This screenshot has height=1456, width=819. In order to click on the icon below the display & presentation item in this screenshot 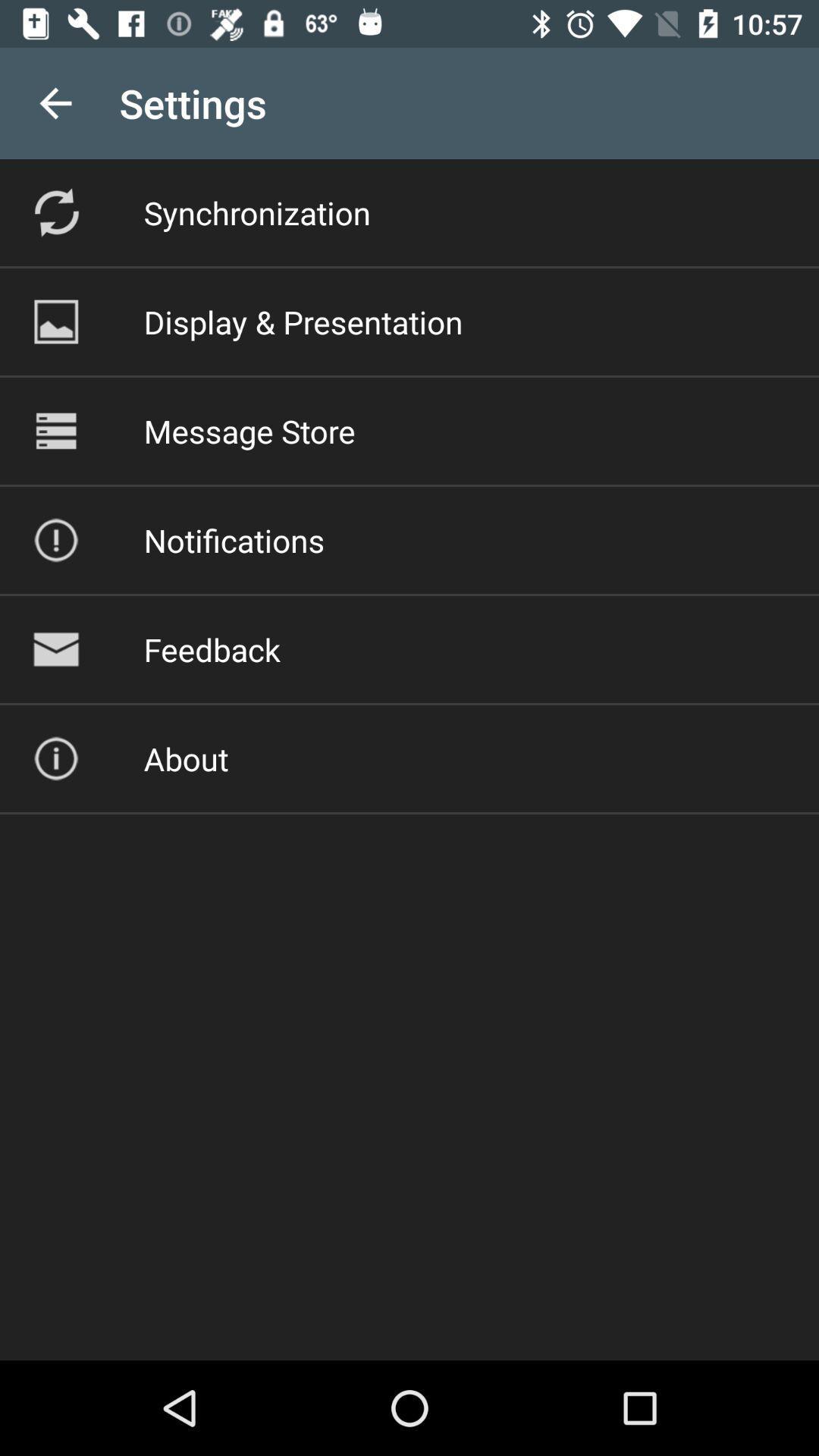, I will do `click(249, 430)`.